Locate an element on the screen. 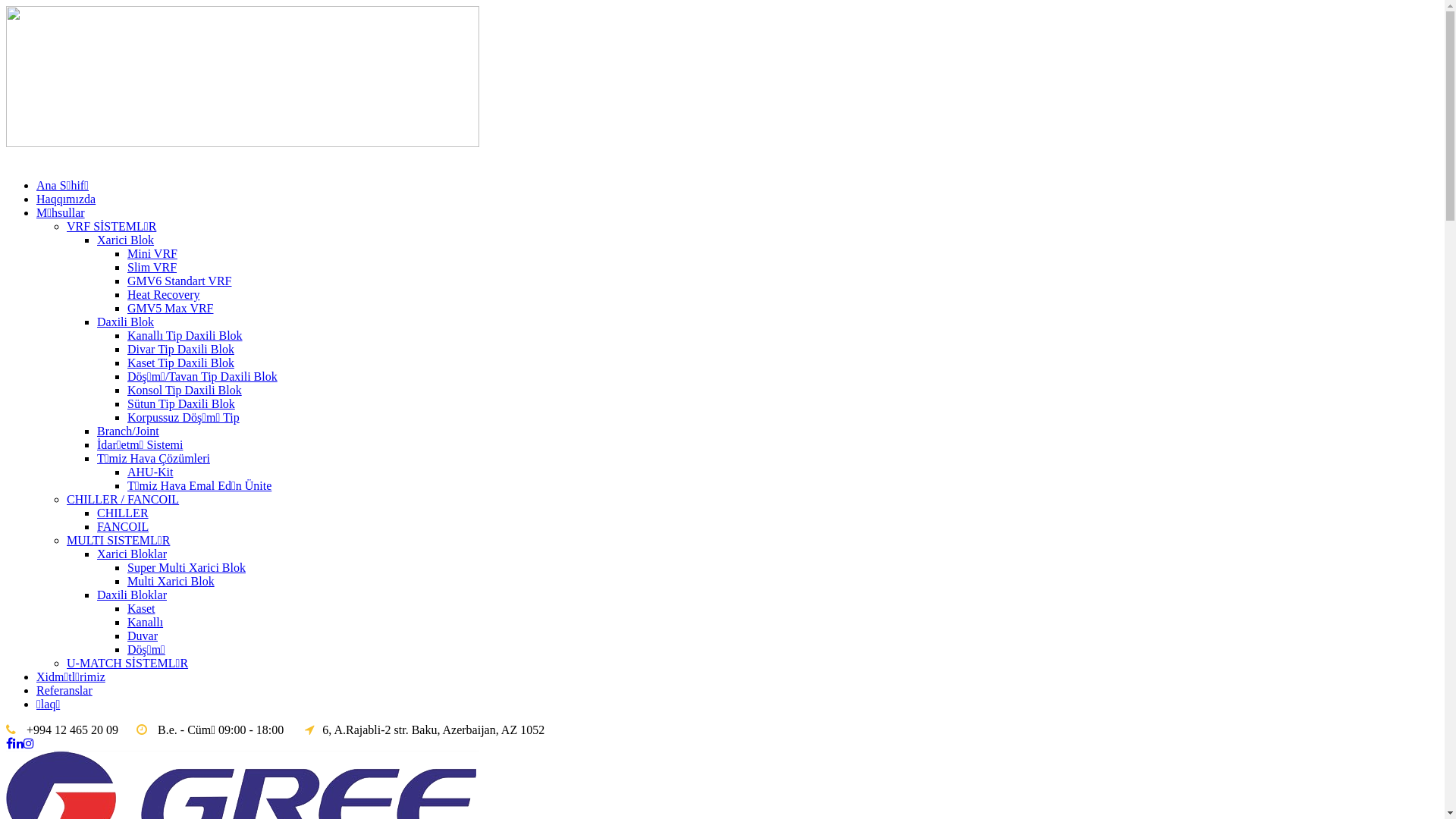 This screenshot has width=1456, height=819. 'instagram' is located at coordinates (29, 742).